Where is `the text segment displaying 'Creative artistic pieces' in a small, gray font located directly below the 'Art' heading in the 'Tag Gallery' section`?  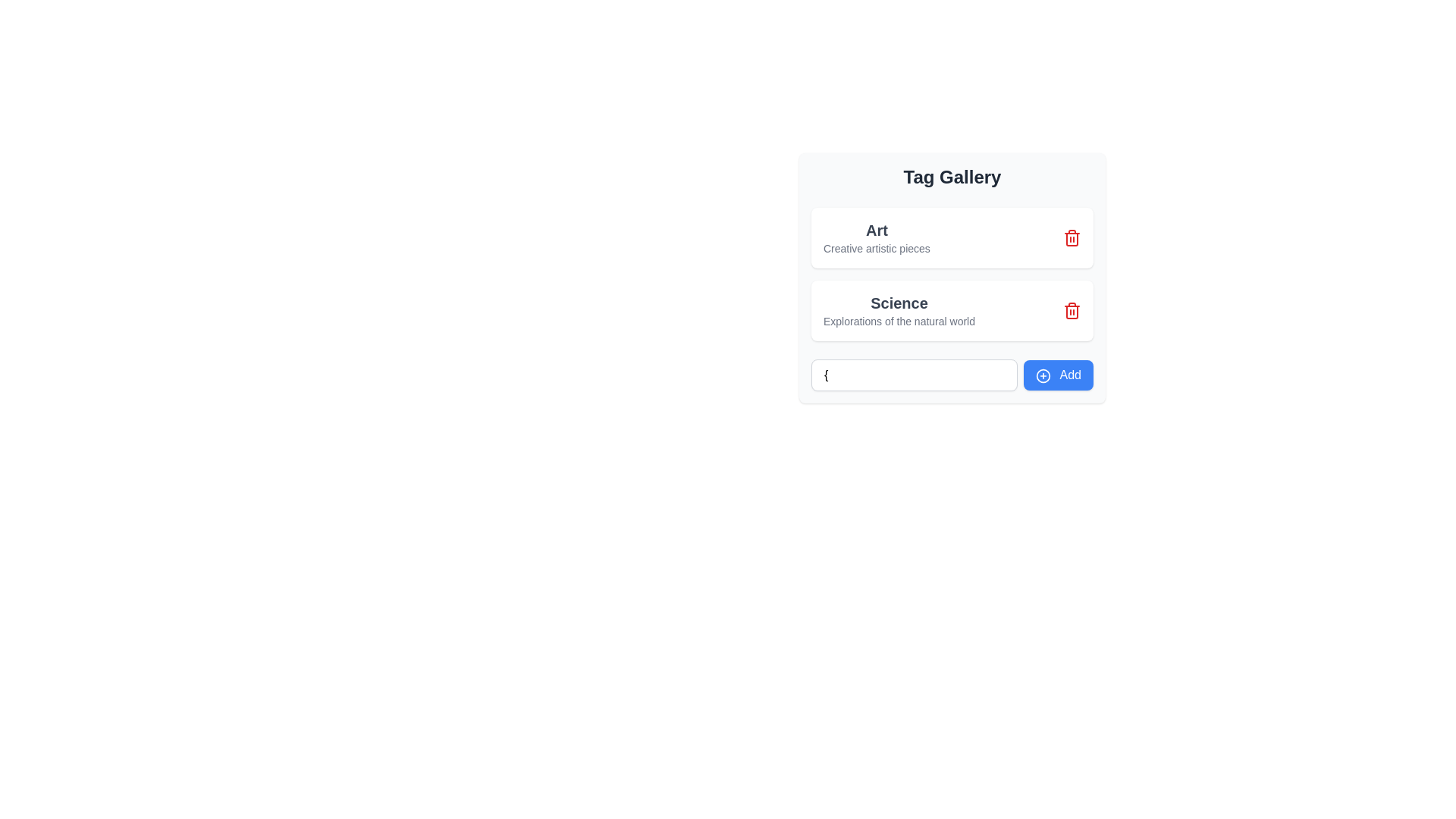 the text segment displaying 'Creative artistic pieces' in a small, gray font located directly below the 'Art' heading in the 'Tag Gallery' section is located at coordinates (877, 247).